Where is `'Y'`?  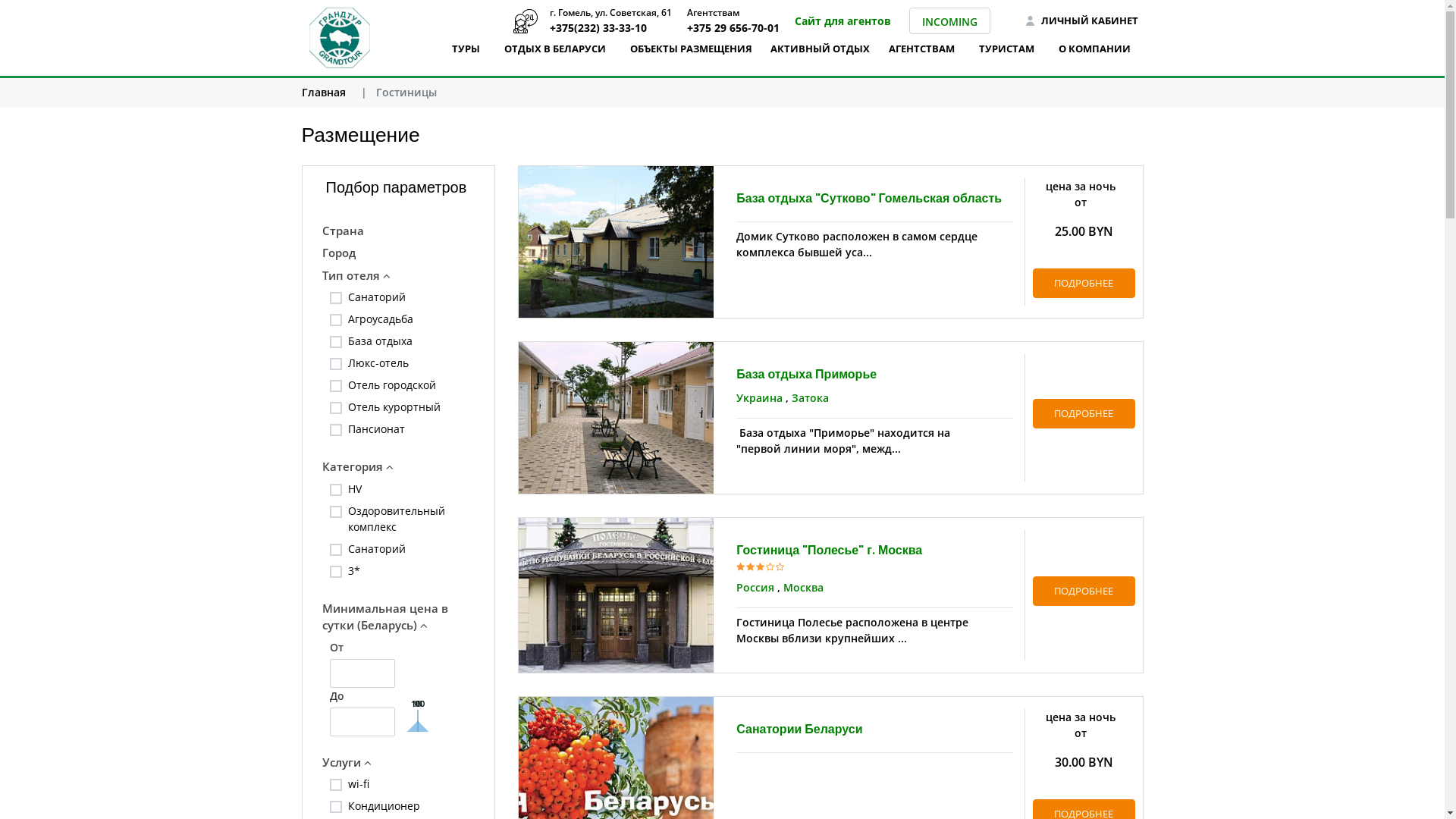 'Y' is located at coordinates (351, 802).